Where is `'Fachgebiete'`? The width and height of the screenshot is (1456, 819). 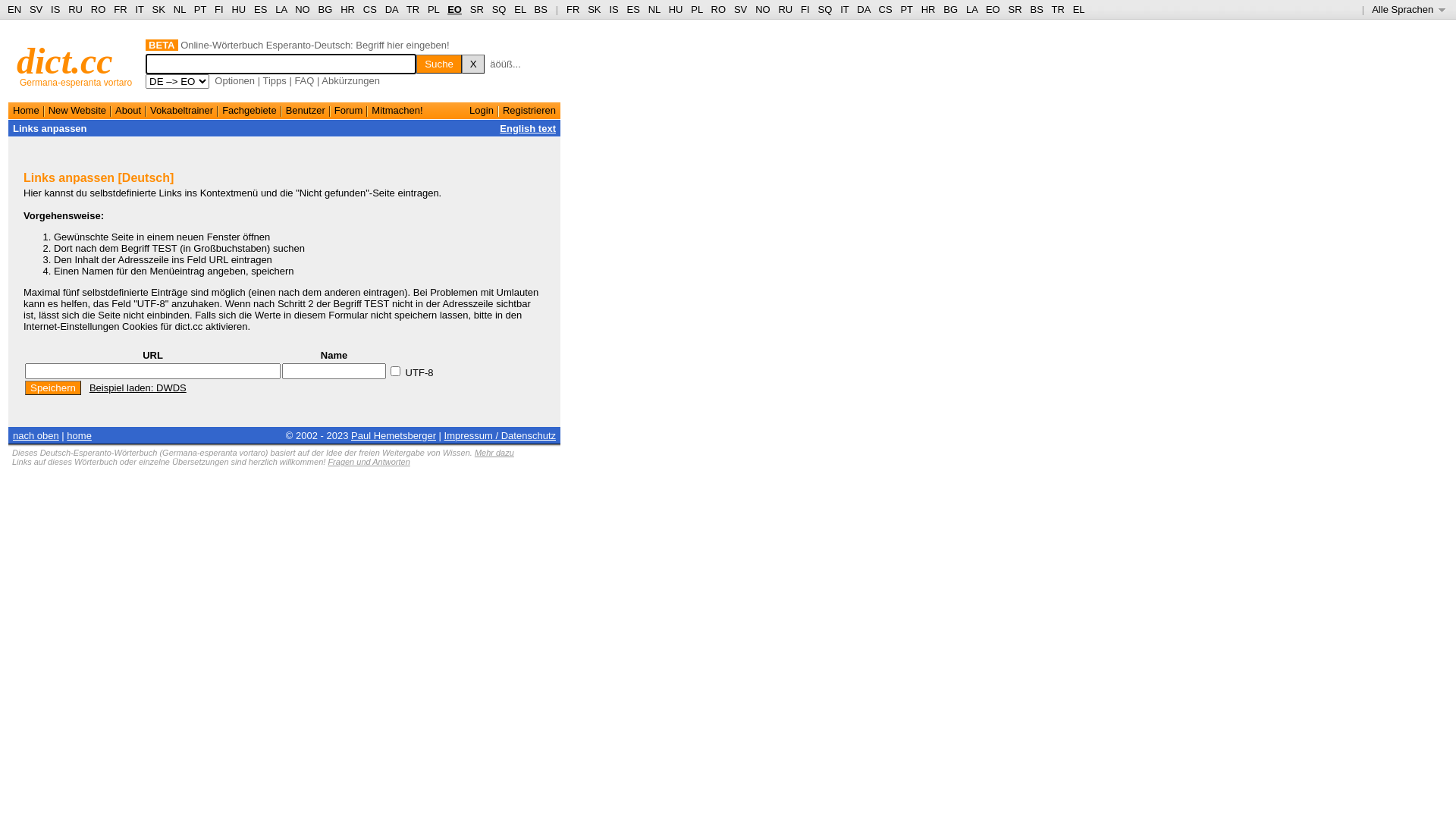 'Fachgebiete' is located at coordinates (249, 109).